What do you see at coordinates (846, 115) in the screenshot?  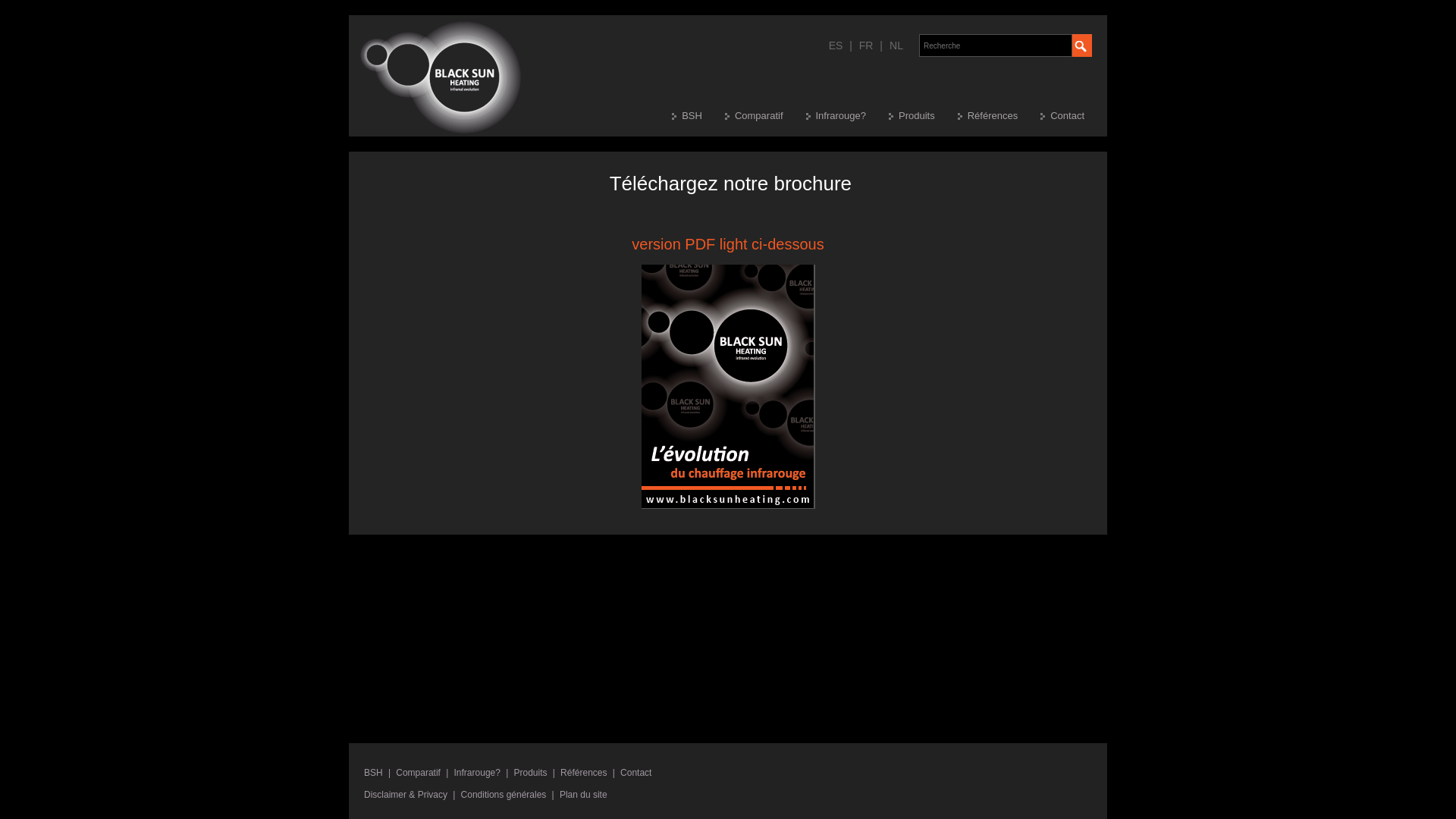 I see `'Infrarouge?'` at bounding box center [846, 115].